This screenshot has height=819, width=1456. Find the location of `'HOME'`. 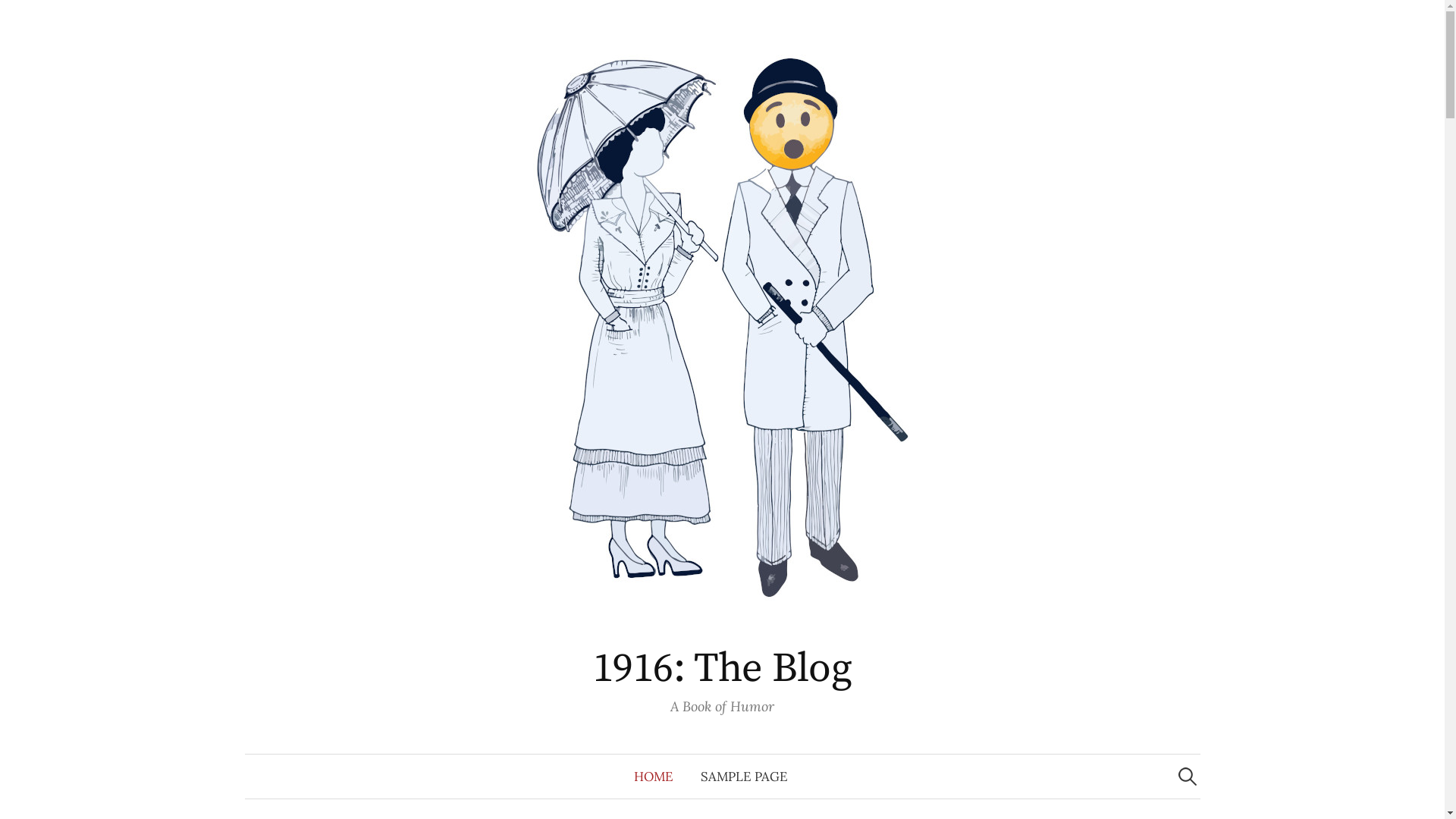

'HOME' is located at coordinates (654, 776).